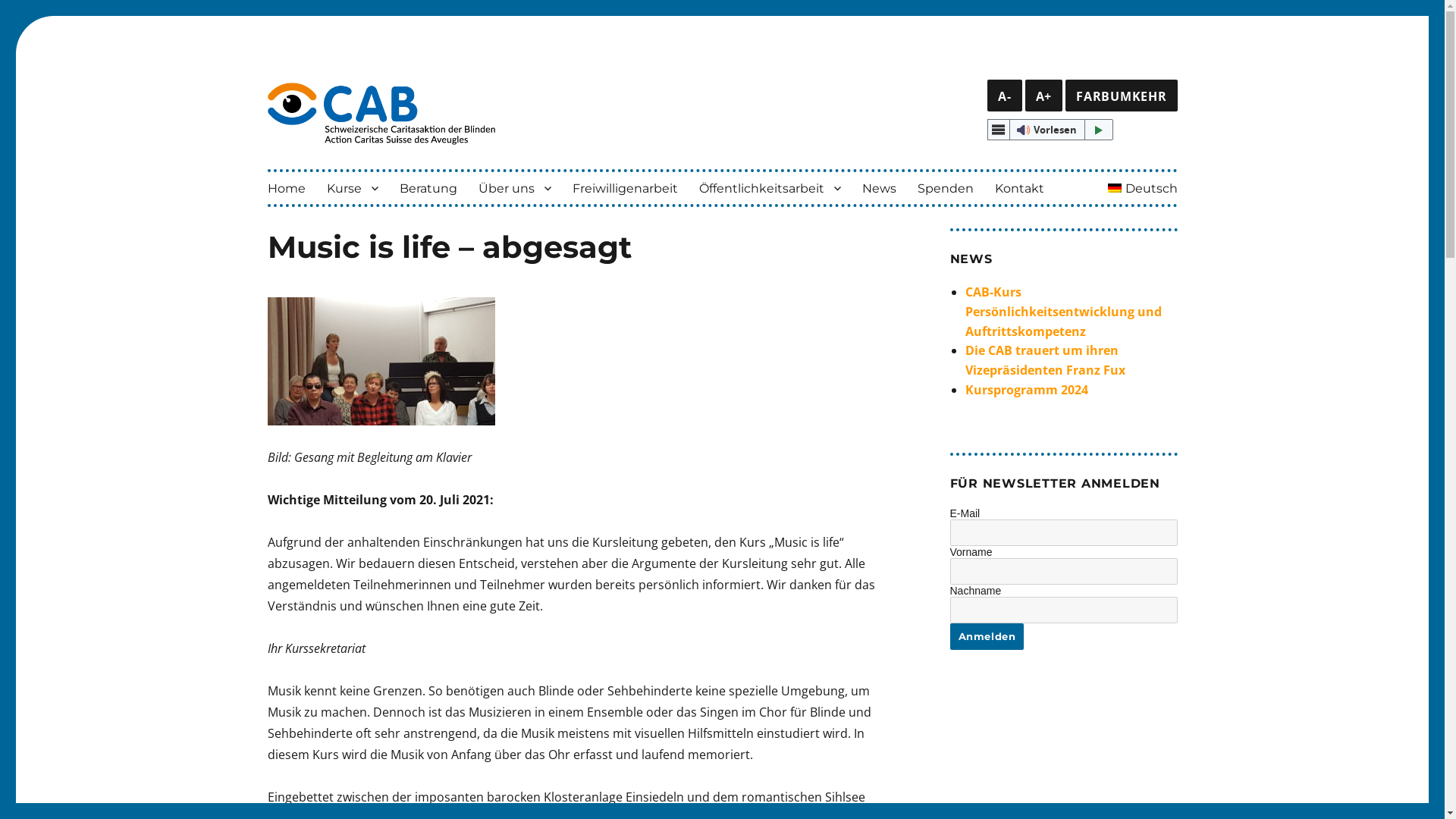  Describe the element at coordinates (1019, 187) in the screenshot. I see `'Kontakt'` at that location.